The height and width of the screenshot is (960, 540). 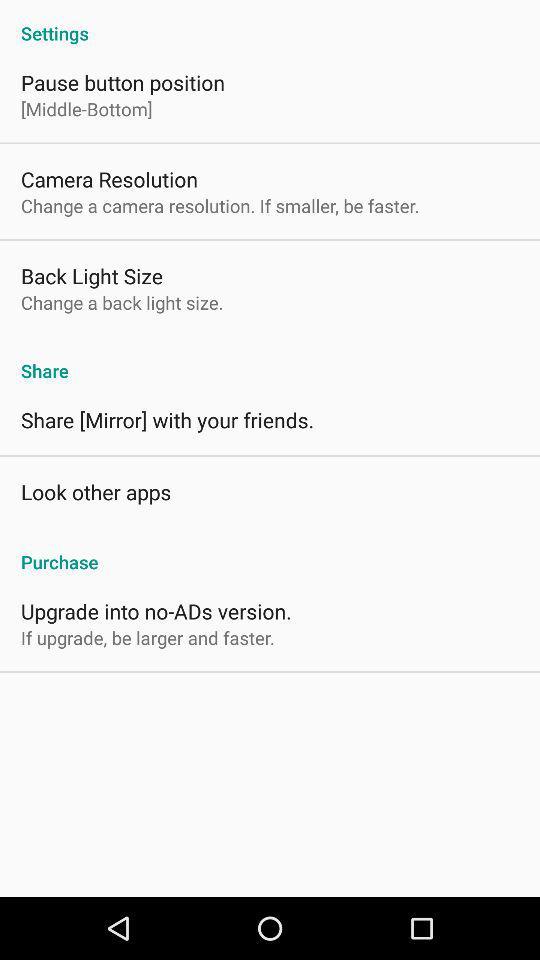 I want to click on look other apps, so click(x=95, y=490).